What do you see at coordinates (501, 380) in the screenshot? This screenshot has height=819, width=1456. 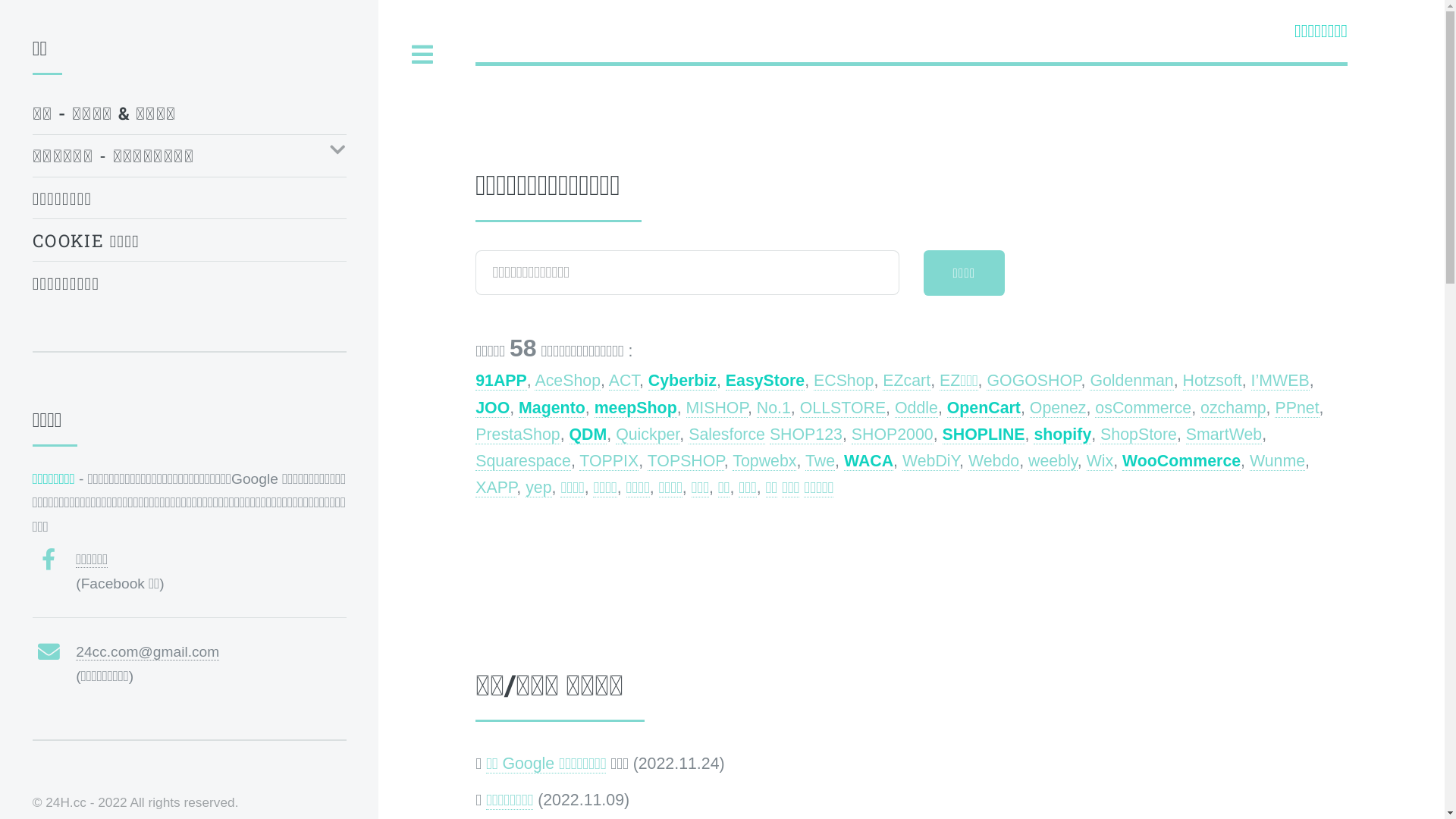 I see `'91APP'` at bounding box center [501, 380].